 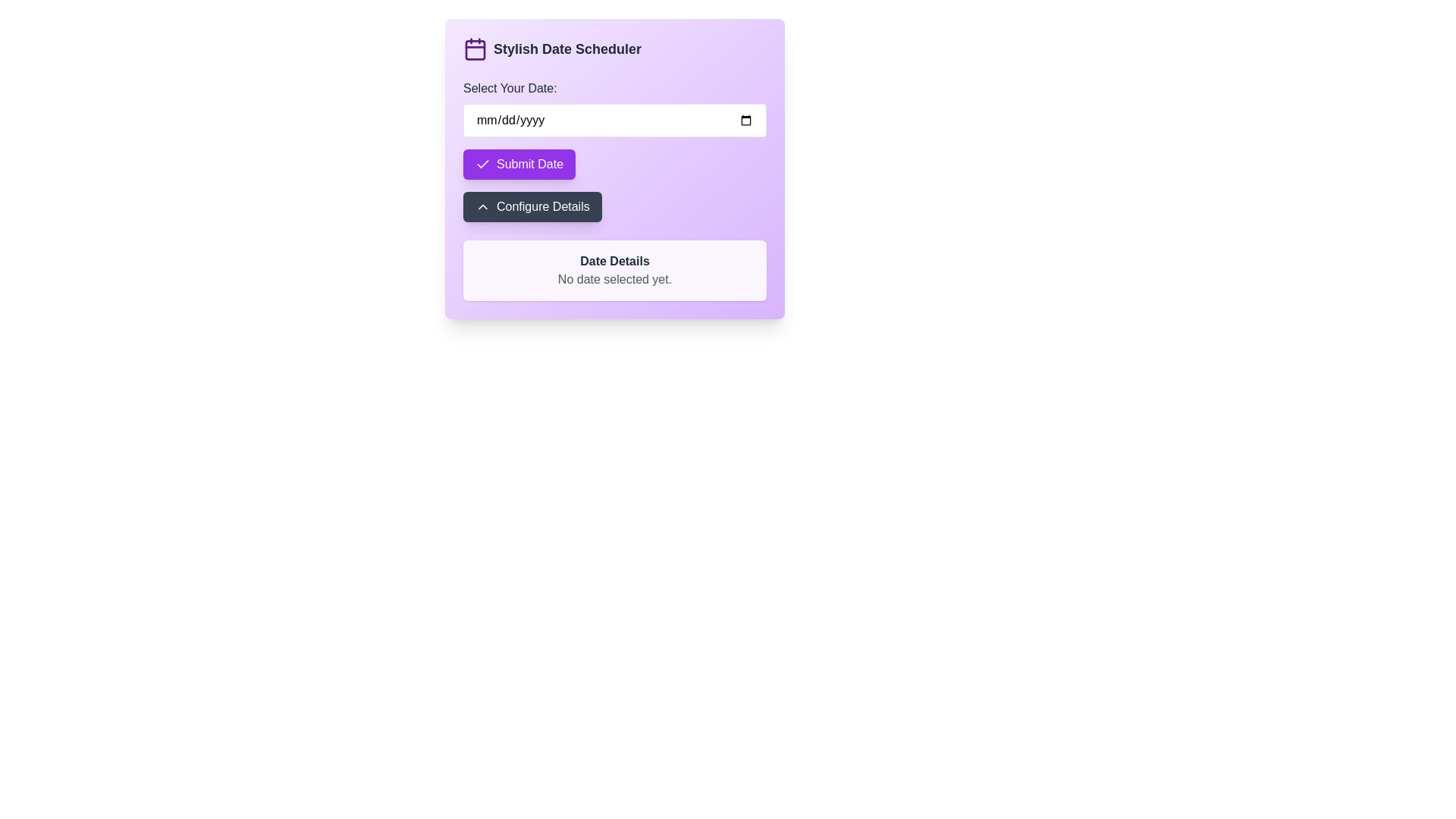 What do you see at coordinates (482, 164) in the screenshot?
I see `the visual indication of the Icon located to the left of the 'Submit Date' button text` at bounding box center [482, 164].